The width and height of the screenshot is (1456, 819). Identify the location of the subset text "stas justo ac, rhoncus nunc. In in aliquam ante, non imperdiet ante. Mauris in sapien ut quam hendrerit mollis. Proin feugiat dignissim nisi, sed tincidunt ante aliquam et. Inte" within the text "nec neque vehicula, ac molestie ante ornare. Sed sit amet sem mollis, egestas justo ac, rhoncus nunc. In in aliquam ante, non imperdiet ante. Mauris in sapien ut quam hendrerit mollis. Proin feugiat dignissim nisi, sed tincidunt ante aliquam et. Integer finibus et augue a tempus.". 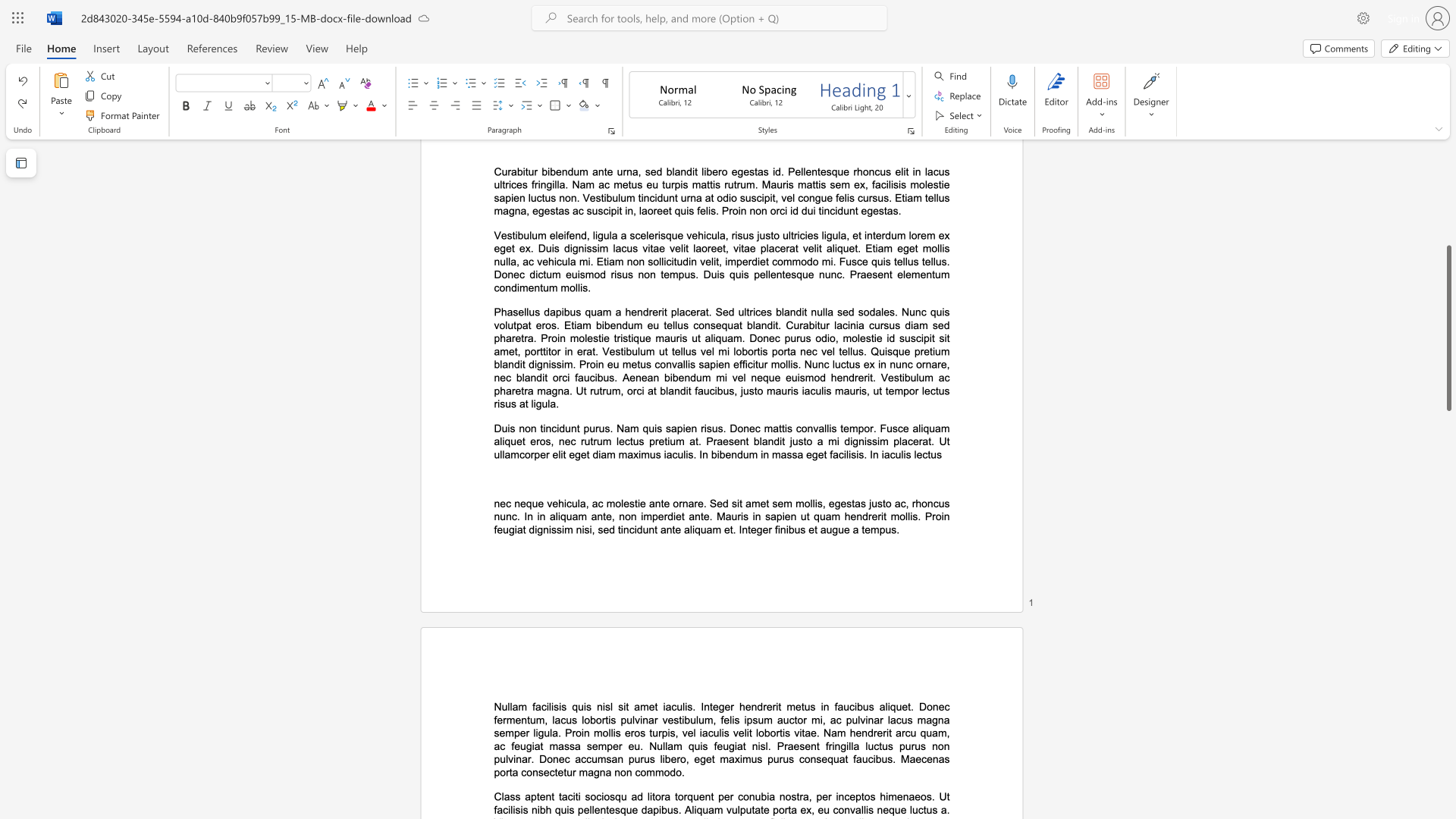
(846, 504).